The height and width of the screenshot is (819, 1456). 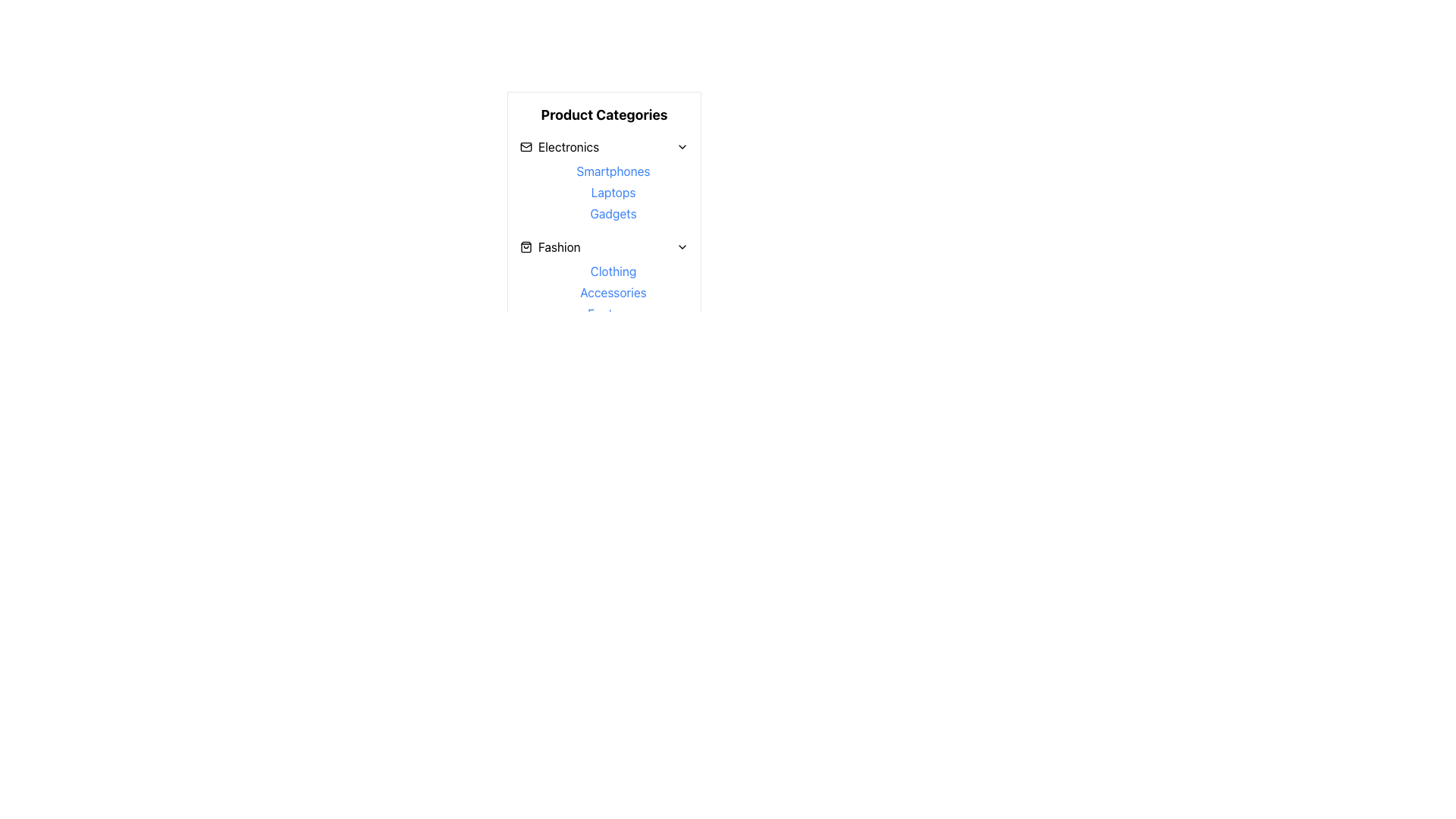 What do you see at coordinates (613, 271) in the screenshot?
I see `the bold blue hyperlink labeled 'Clothing'` at bounding box center [613, 271].